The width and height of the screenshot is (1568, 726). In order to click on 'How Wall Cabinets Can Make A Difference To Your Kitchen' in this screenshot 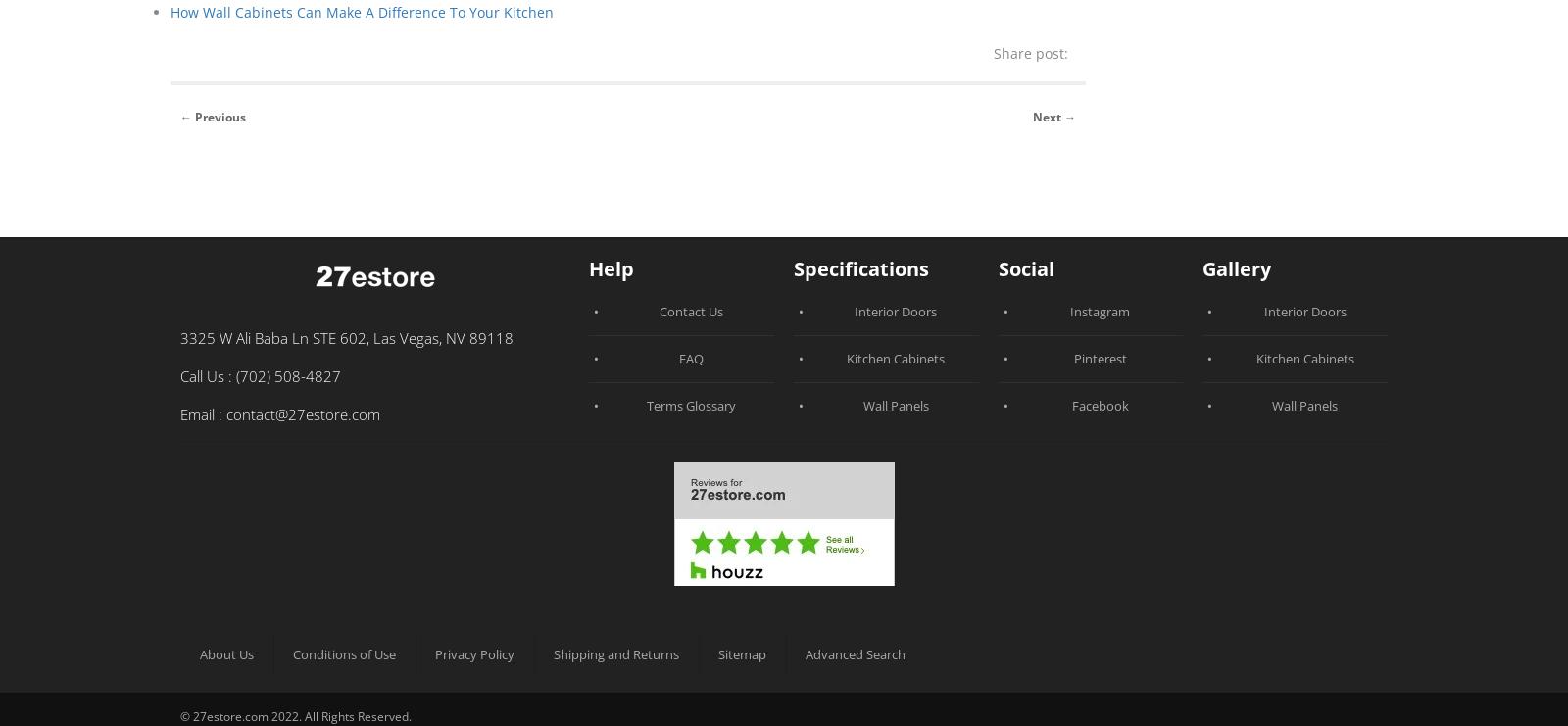, I will do `click(362, 11)`.